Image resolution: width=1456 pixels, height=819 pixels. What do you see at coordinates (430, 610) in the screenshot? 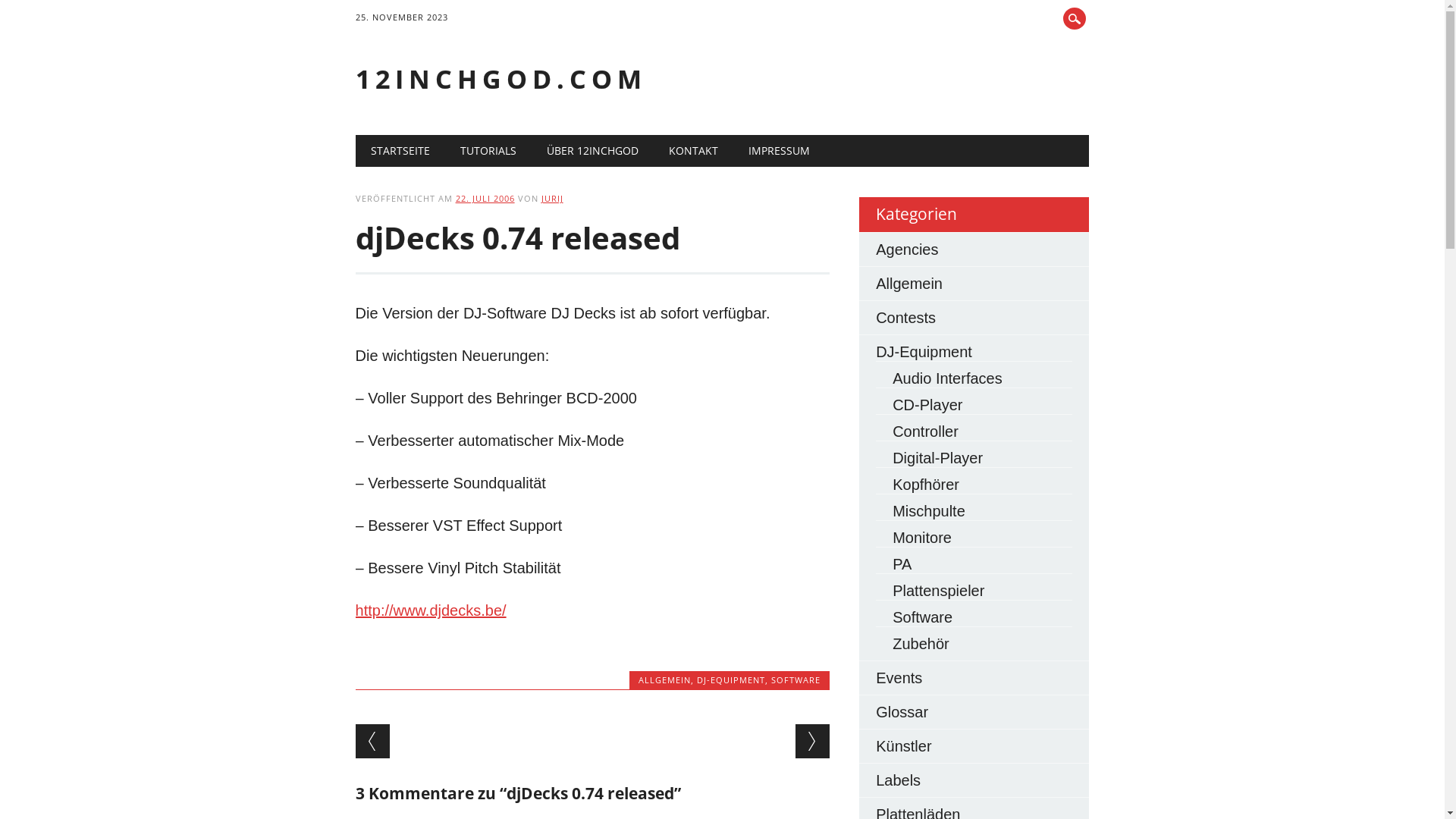
I see `'http://www.djdecks.be/'` at bounding box center [430, 610].